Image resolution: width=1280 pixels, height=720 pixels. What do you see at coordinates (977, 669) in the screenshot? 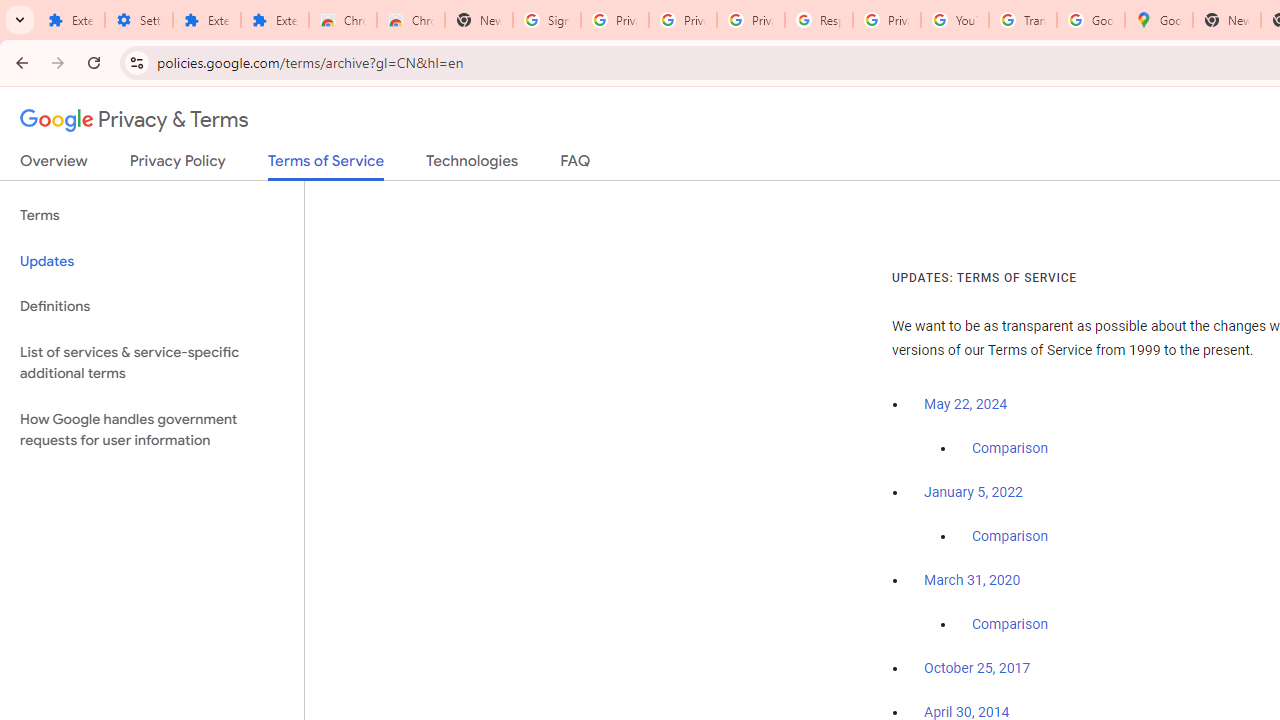
I see `'October 25, 2017'` at bounding box center [977, 669].